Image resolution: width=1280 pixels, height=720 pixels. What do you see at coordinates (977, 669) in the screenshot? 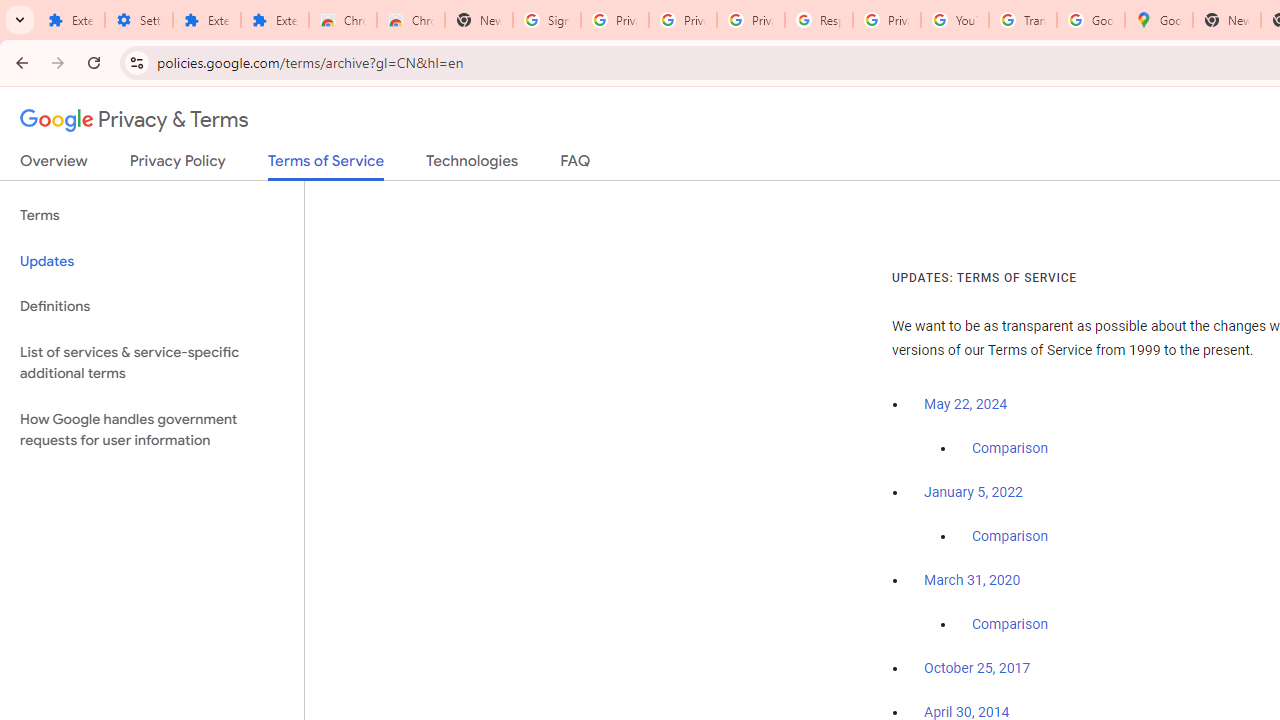
I see `'October 25, 2017'` at bounding box center [977, 669].